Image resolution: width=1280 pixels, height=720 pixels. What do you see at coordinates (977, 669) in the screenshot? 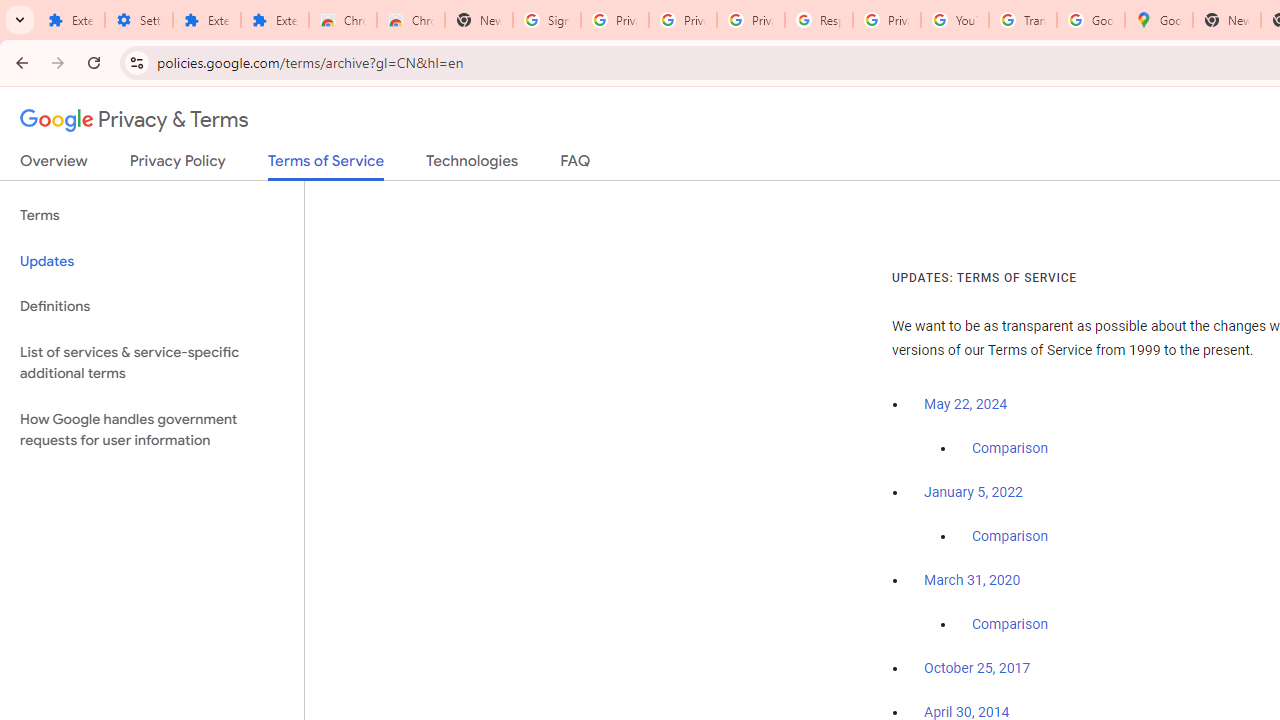
I see `'October 25, 2017'` at bounding box center [977, 669].